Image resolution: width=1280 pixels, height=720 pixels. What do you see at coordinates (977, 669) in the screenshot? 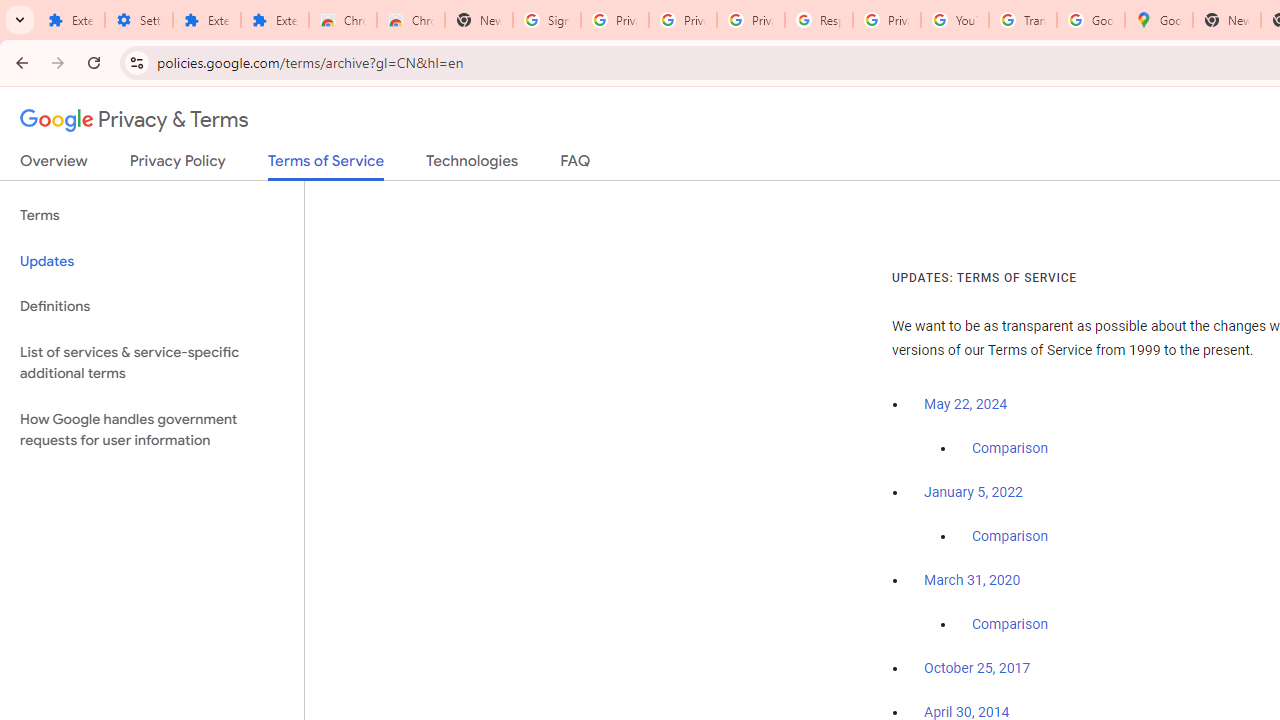
I see `'October 25, 2017'` at bounding box center [977, 669].